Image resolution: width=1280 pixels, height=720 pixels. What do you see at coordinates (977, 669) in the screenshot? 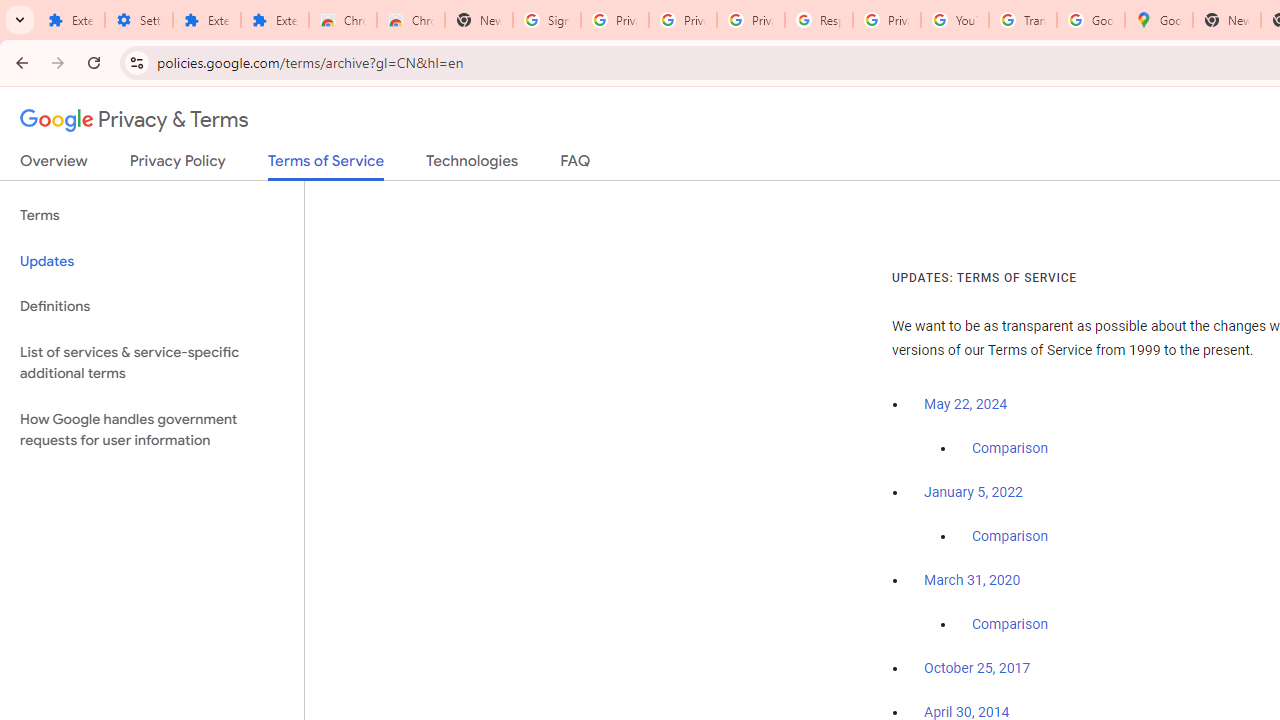
I see `'October 25, 2017'` at bounding box center [977, 669].